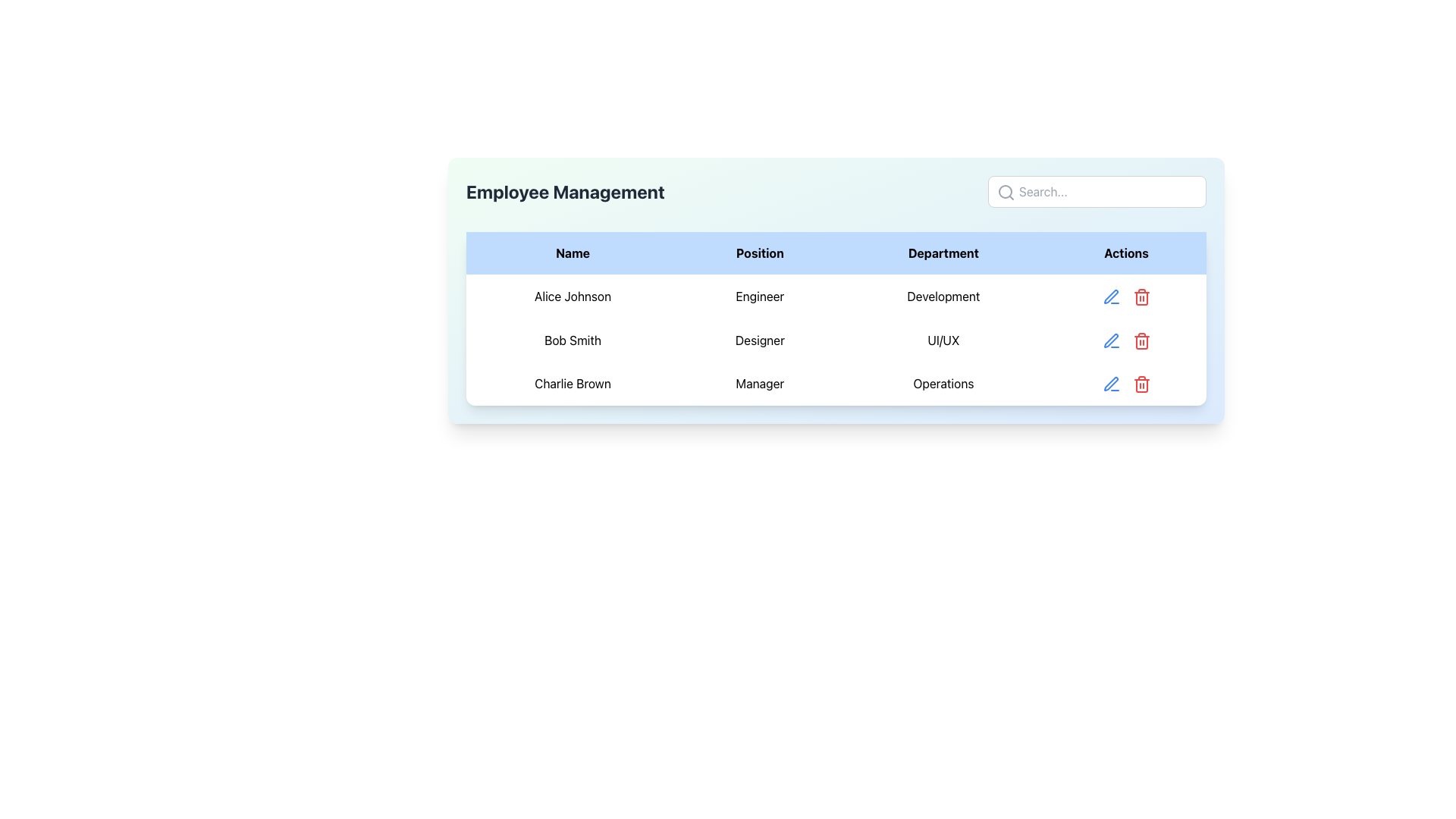 Image resolution: width=1456 pixels, height=819 pixels. What do you see at coordinates (572, 296) in the screenshot?
I see `the text element that represents the name of an employee in the first row of the data table in the 'Employee Management' section` at bounding box center [572, 296].